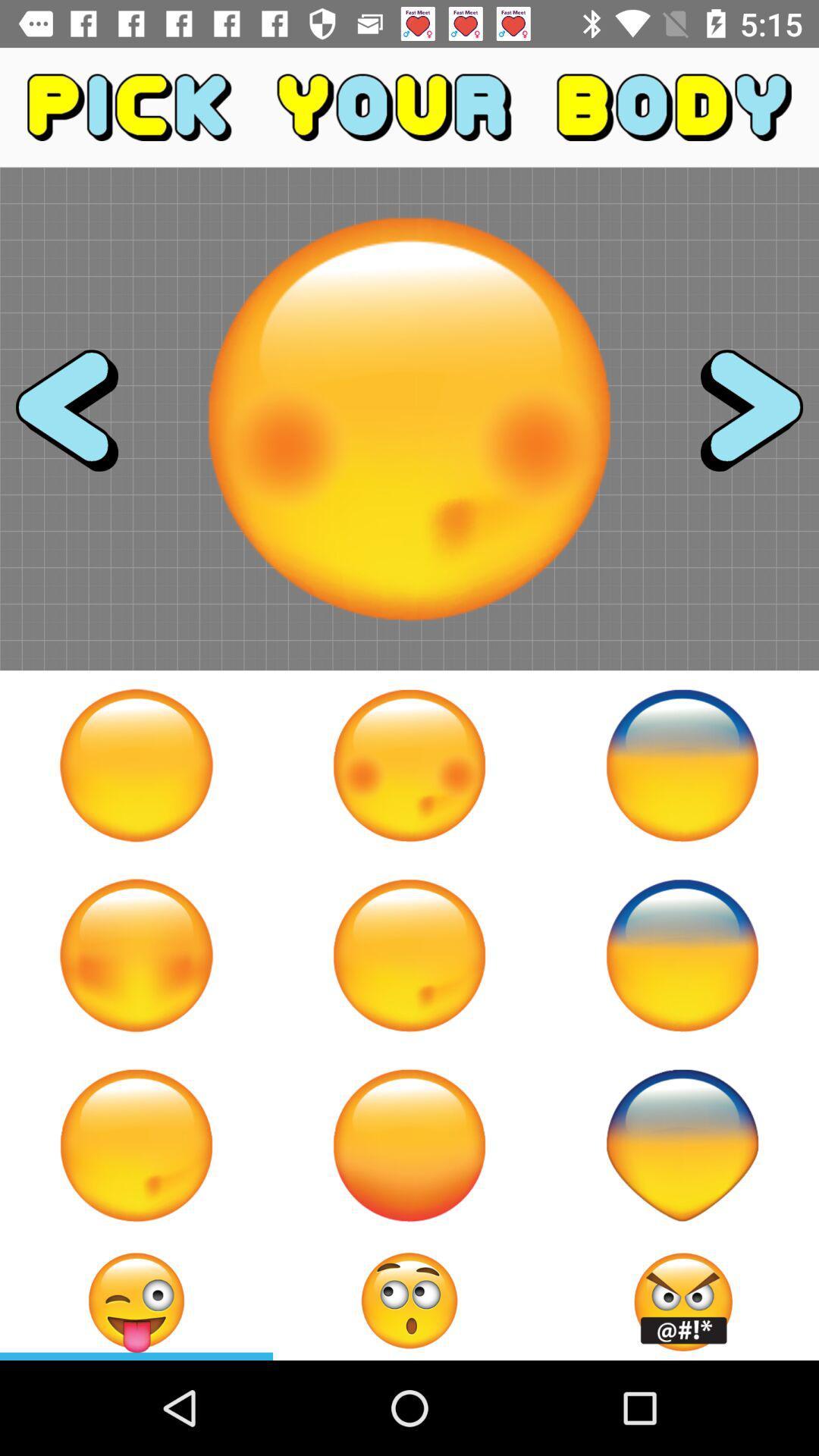  Describe the element at coordinates (681, 765) in the screenshot. I see `this option` at that location.